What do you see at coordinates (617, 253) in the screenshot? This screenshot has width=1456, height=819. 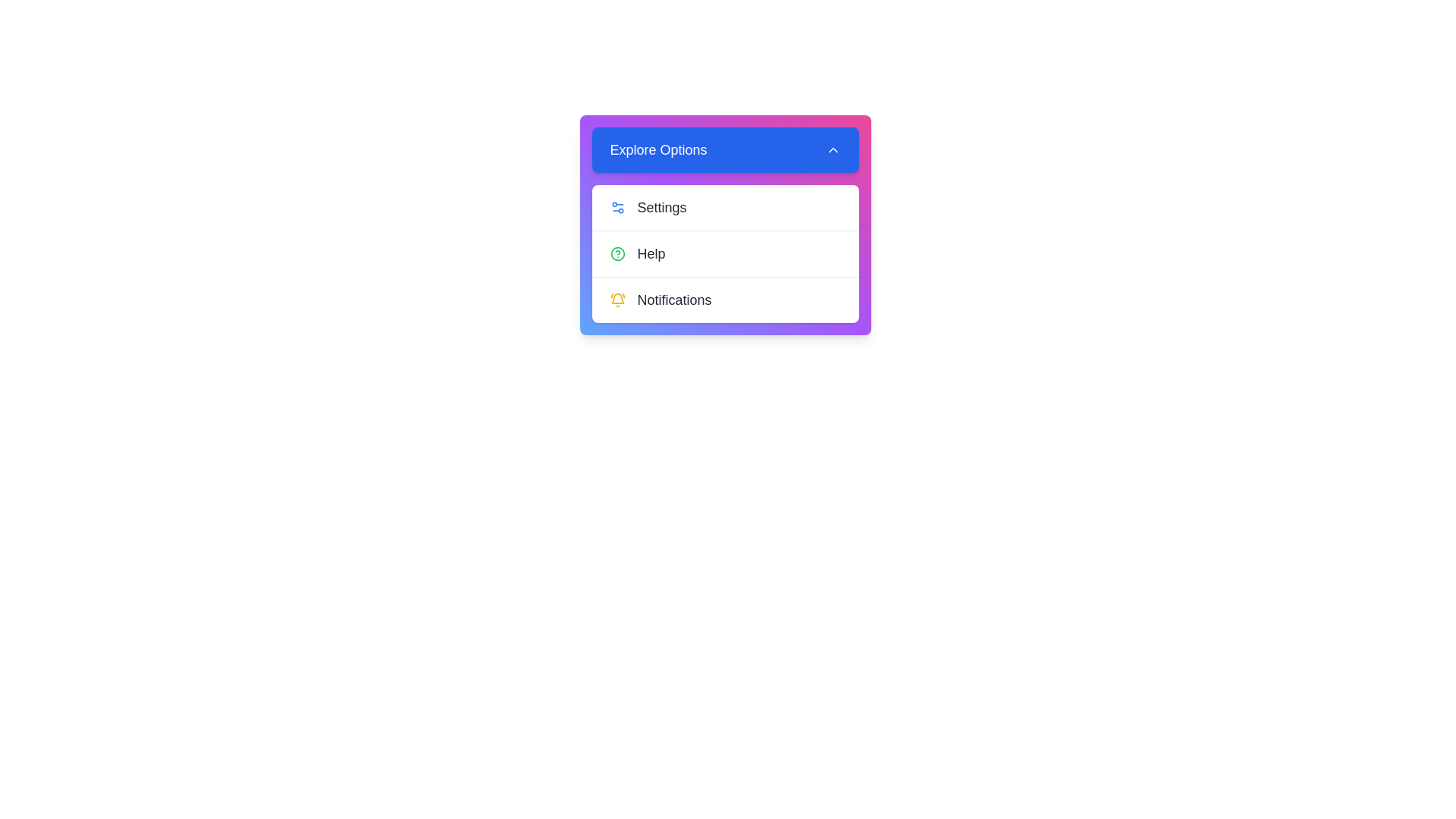 I see `the icon next to the menu item Help` at bounding box center [617, 253].